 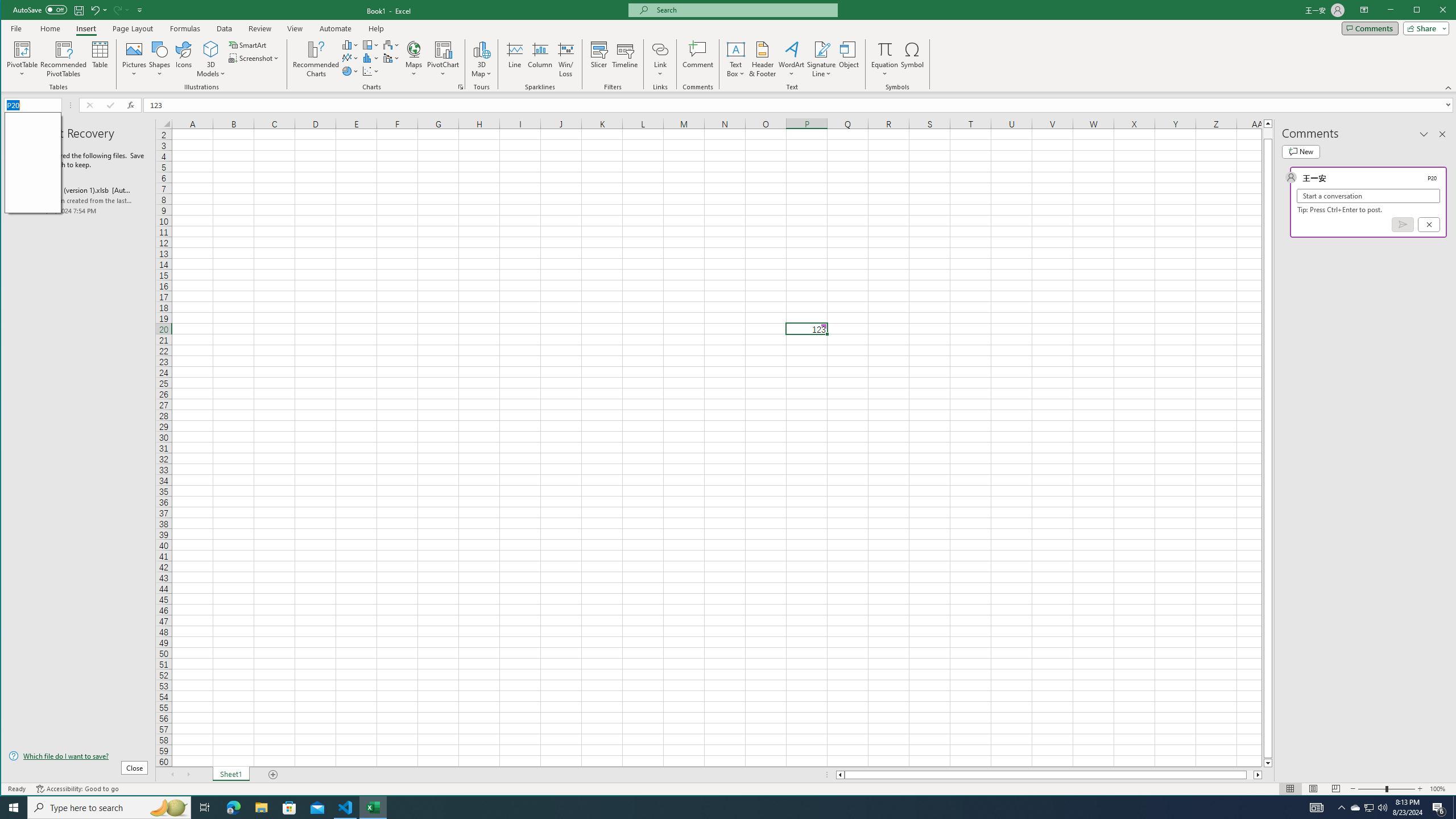 I want to click on 'PivotChart', so click(x=442, y=48).